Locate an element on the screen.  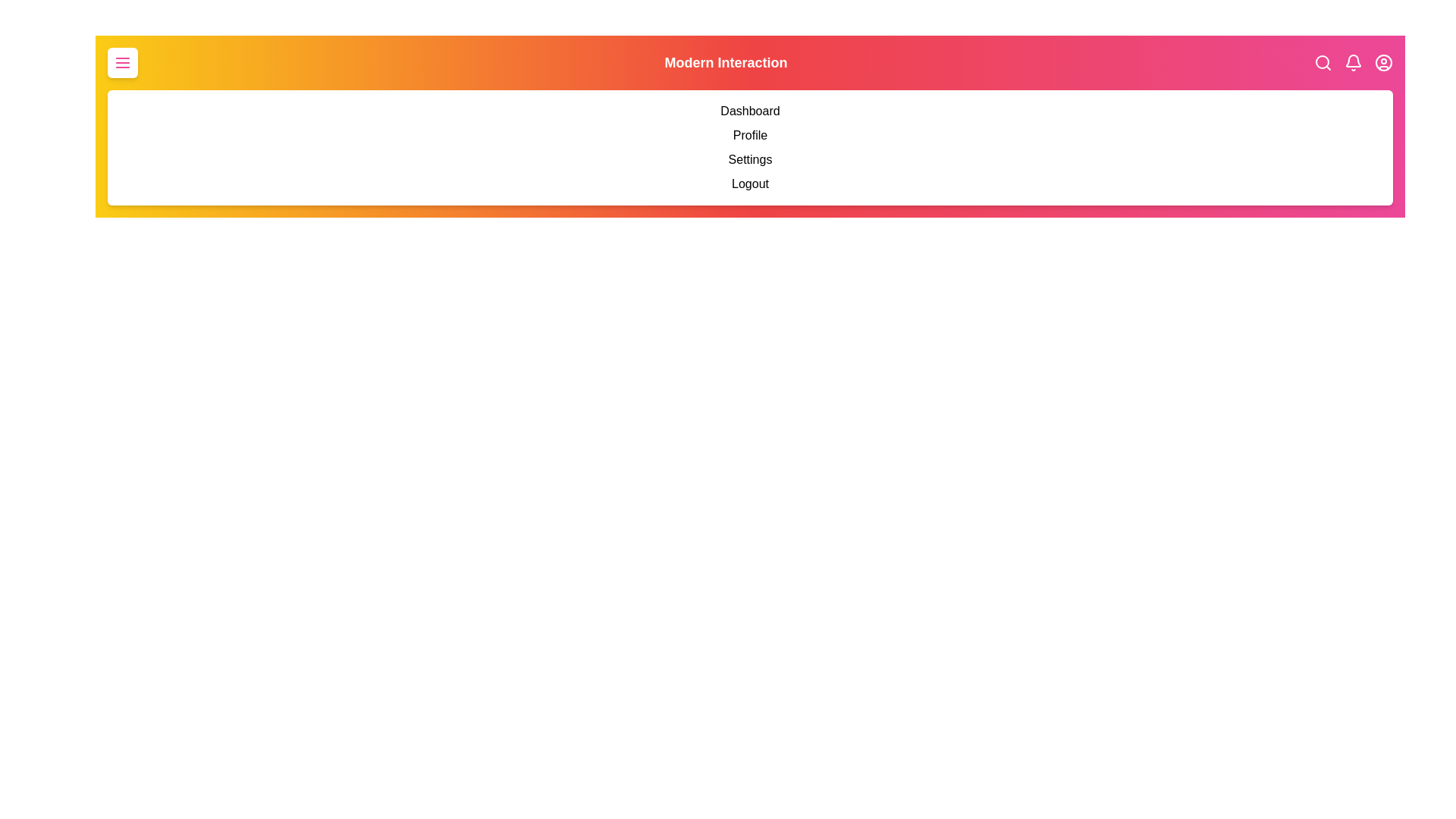
the user profile icon to open the user menu is located at coordinates (1383, 62).